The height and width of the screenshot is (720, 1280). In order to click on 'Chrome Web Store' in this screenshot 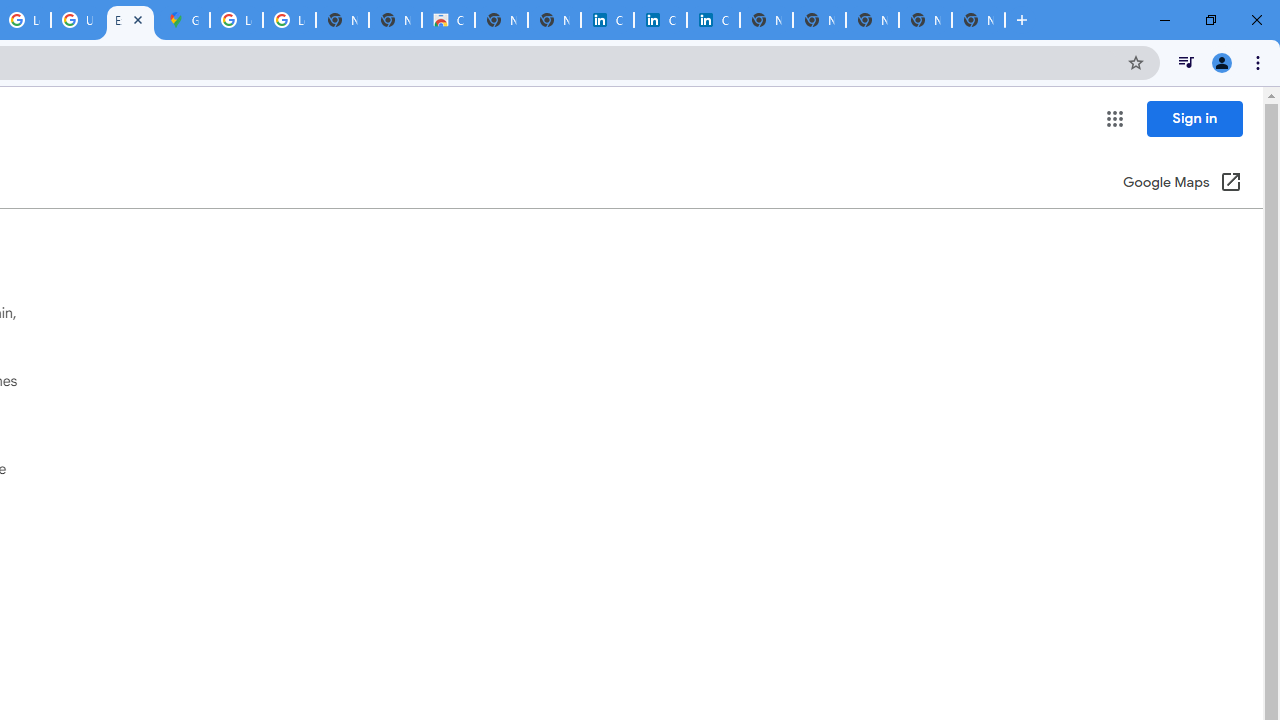, I will do `click(447, 20)`.